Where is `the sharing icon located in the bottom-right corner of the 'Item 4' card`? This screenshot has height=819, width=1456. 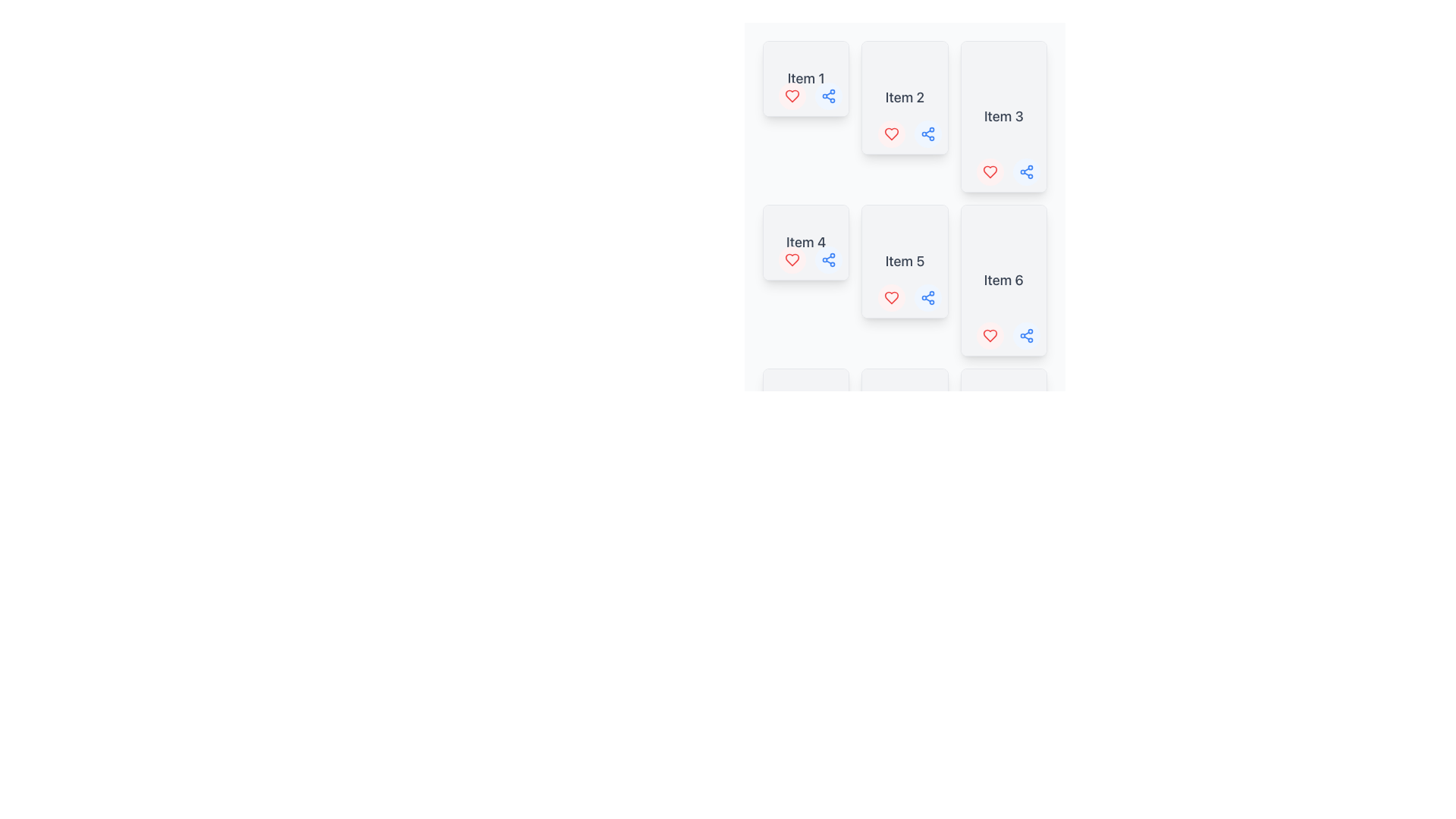 the sharing icon located in the bottom-right corner of the 'Item 4' card is located at coordinates (828, 259).